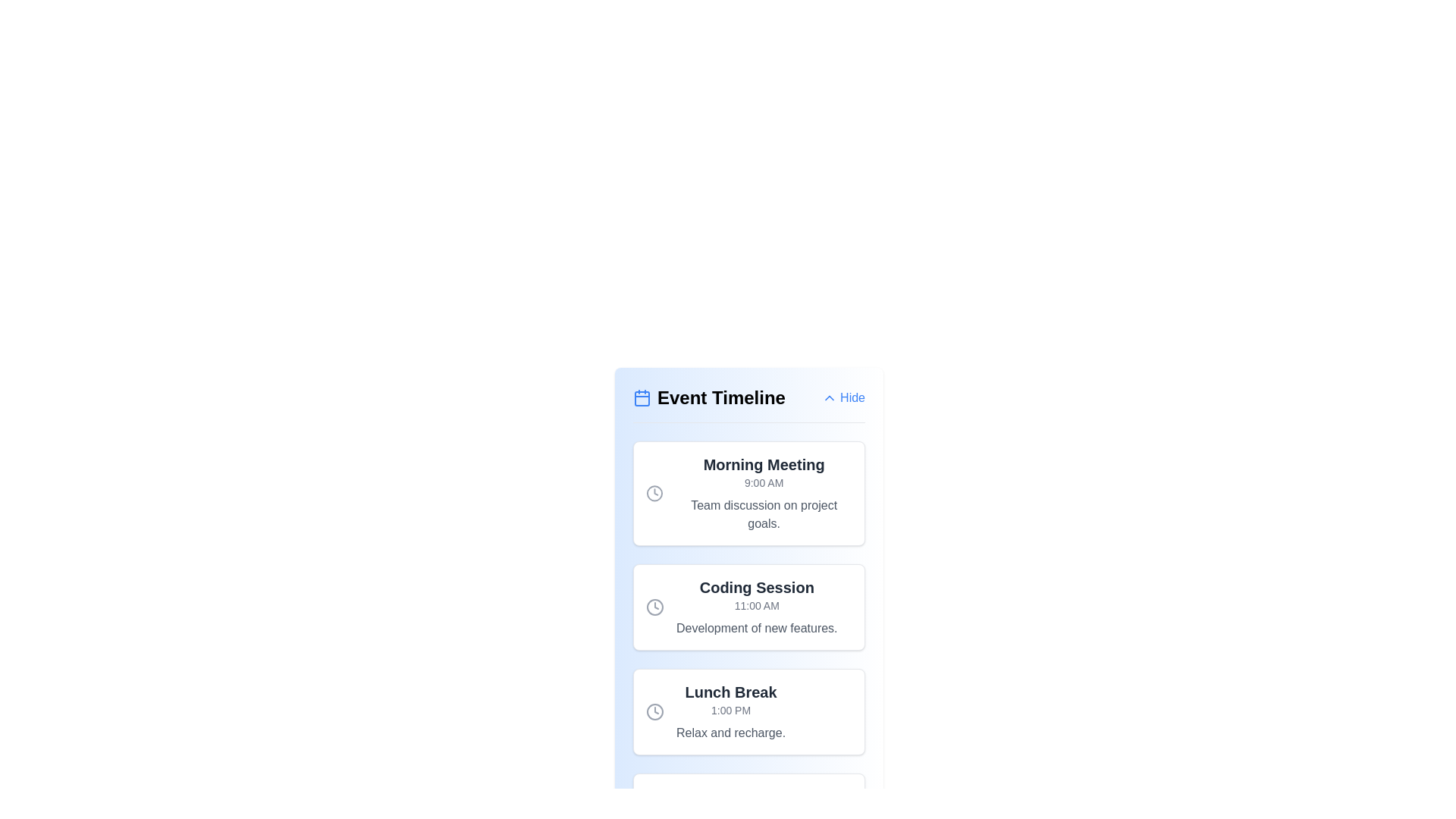 Image resolution: width=1456 pixels, height=819 pixels. Describe the element at coordinates (764, 464) in the screenshot. I see `the Text Label that serves as a section header for the upcoming event or meeting in the timeline` at that location.